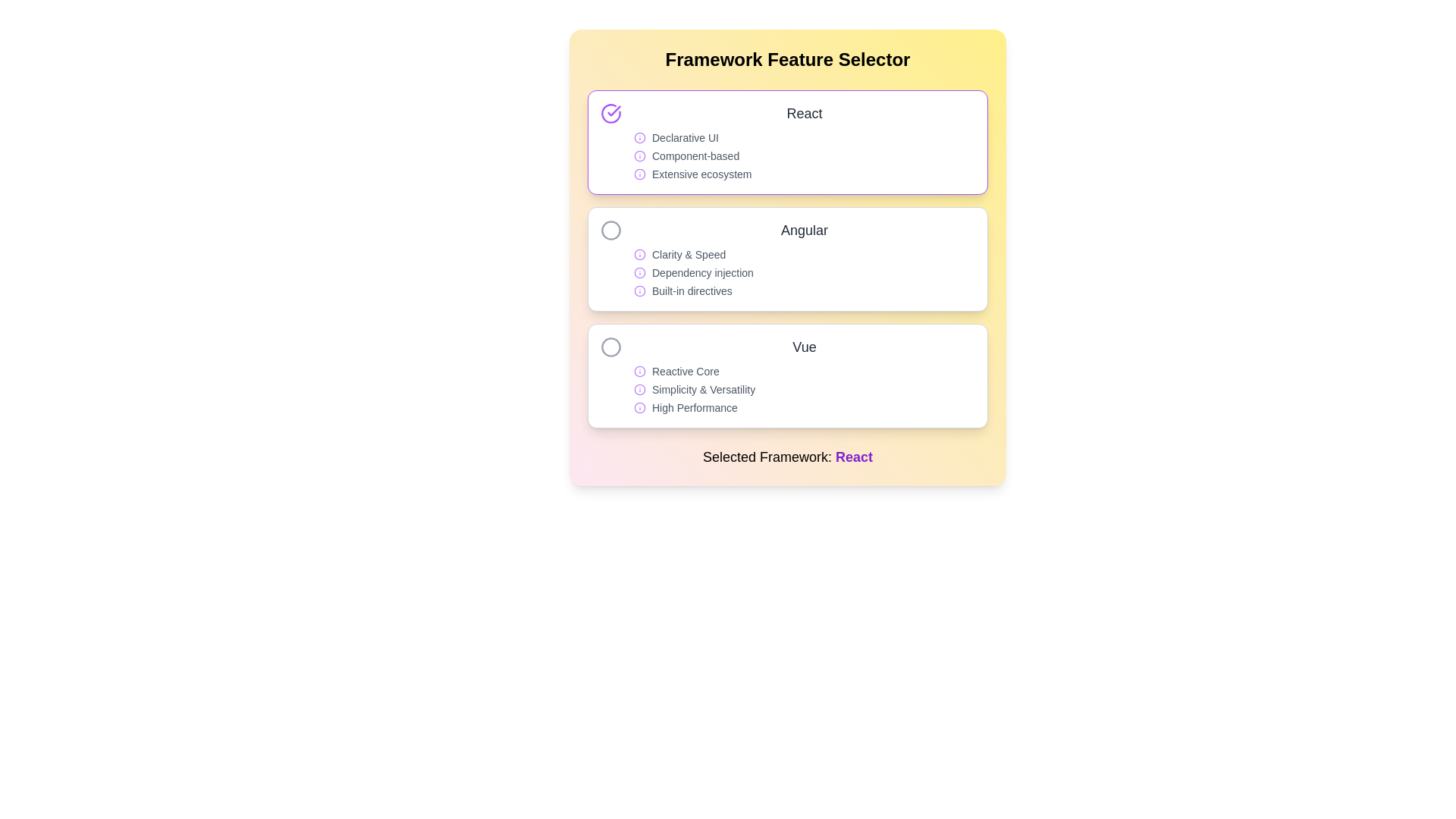 The width and height of the screenshot is (1456, 819). I want to click on the Text label that indicates the currently selected framework, located at the bottom of the selection interface with a gradient background, so click(787, 456).